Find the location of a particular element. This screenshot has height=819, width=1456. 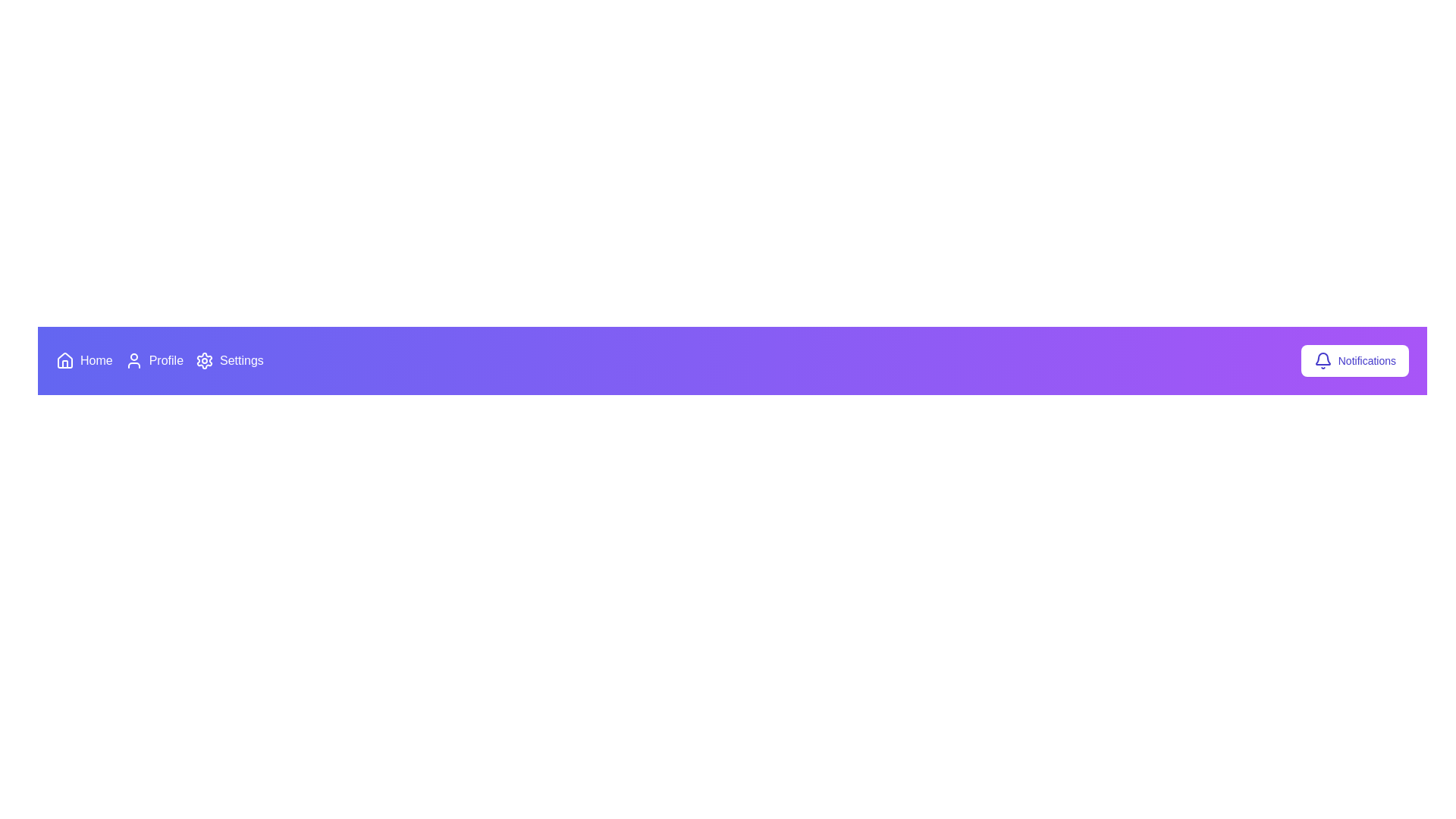

the user profile icon, which is styled with a white color on a purple background, located in the navigation bar between the 'Home' icon and the 'Profile' label is located at coordinates (133, 360).